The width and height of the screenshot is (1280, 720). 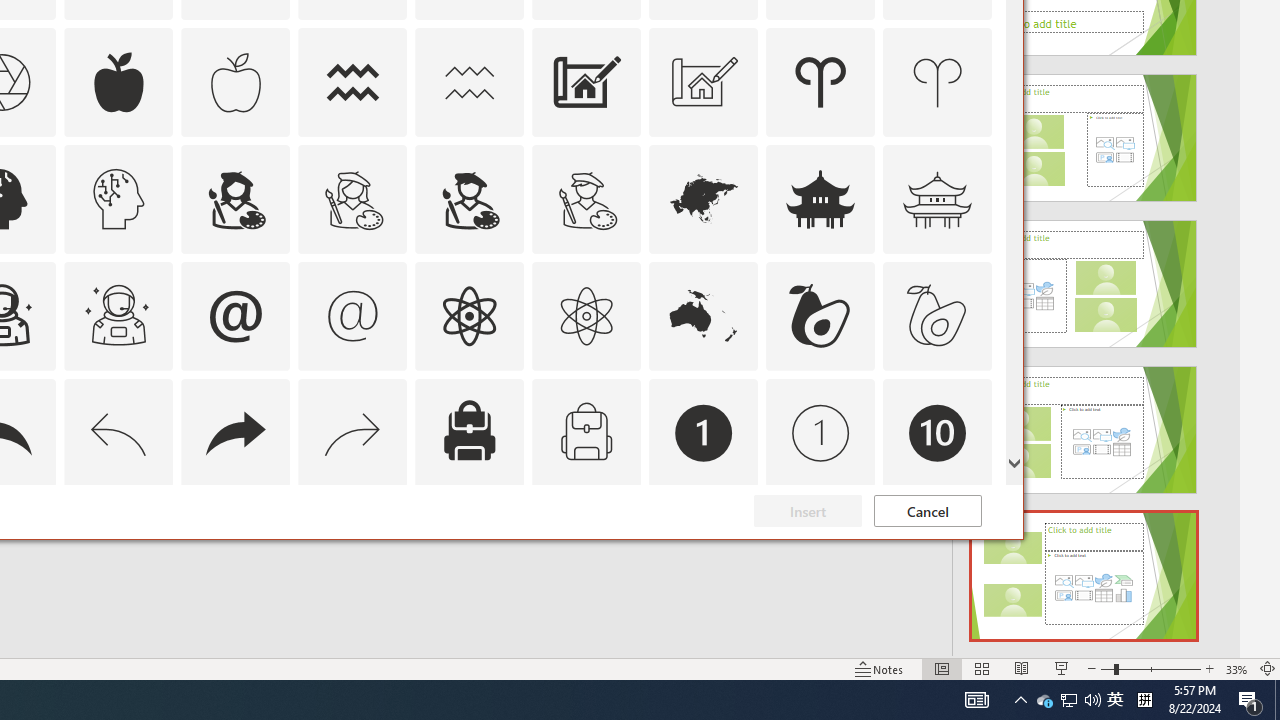 What do you see at coordinates (704, 431) in the screenshot?
I see `'AutomationID: Icons_Badge1'` at bounding box center [704, 431].